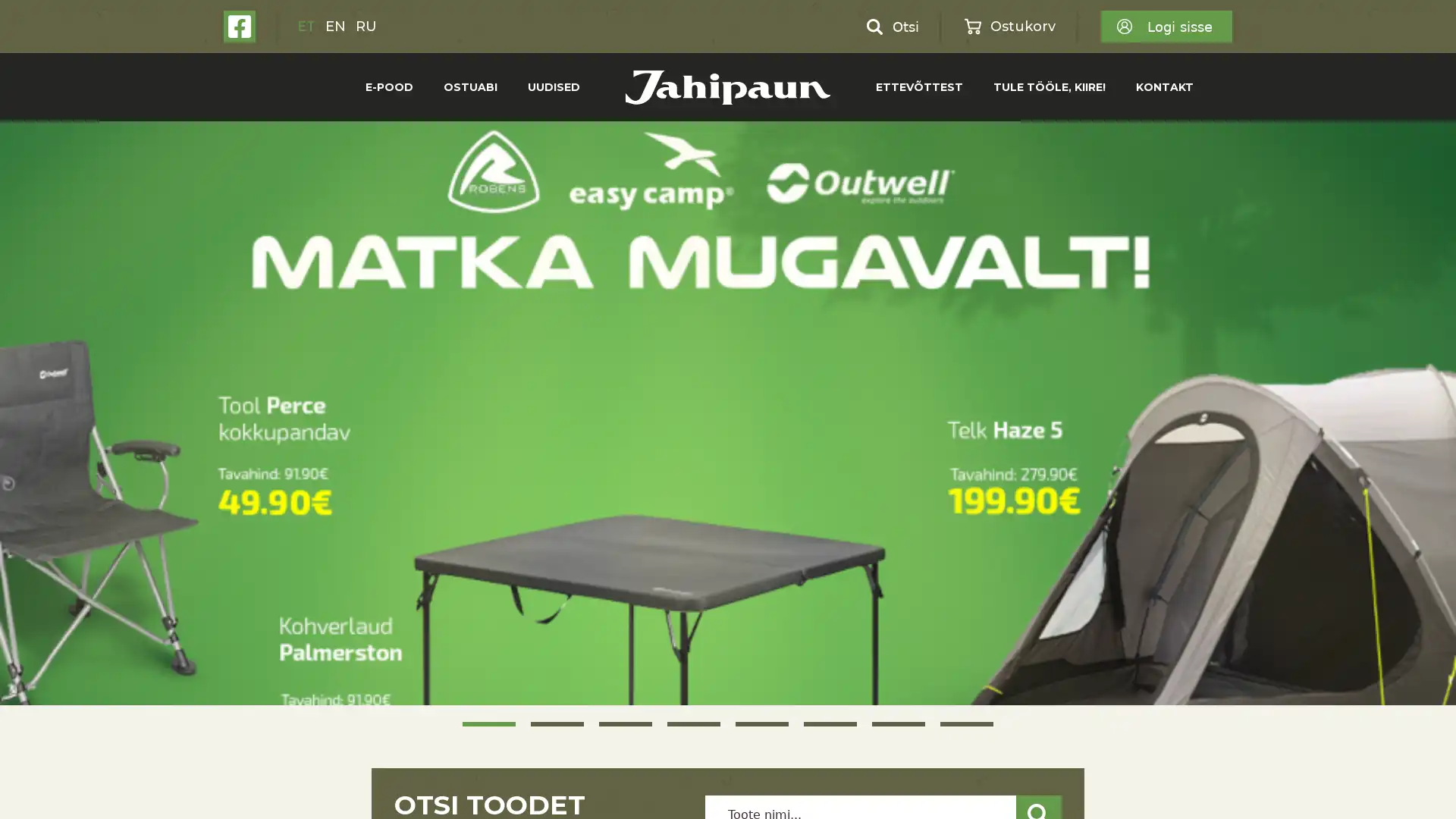 The image size is (1456, 819). I want to click on Otsi, so click(893, 26).